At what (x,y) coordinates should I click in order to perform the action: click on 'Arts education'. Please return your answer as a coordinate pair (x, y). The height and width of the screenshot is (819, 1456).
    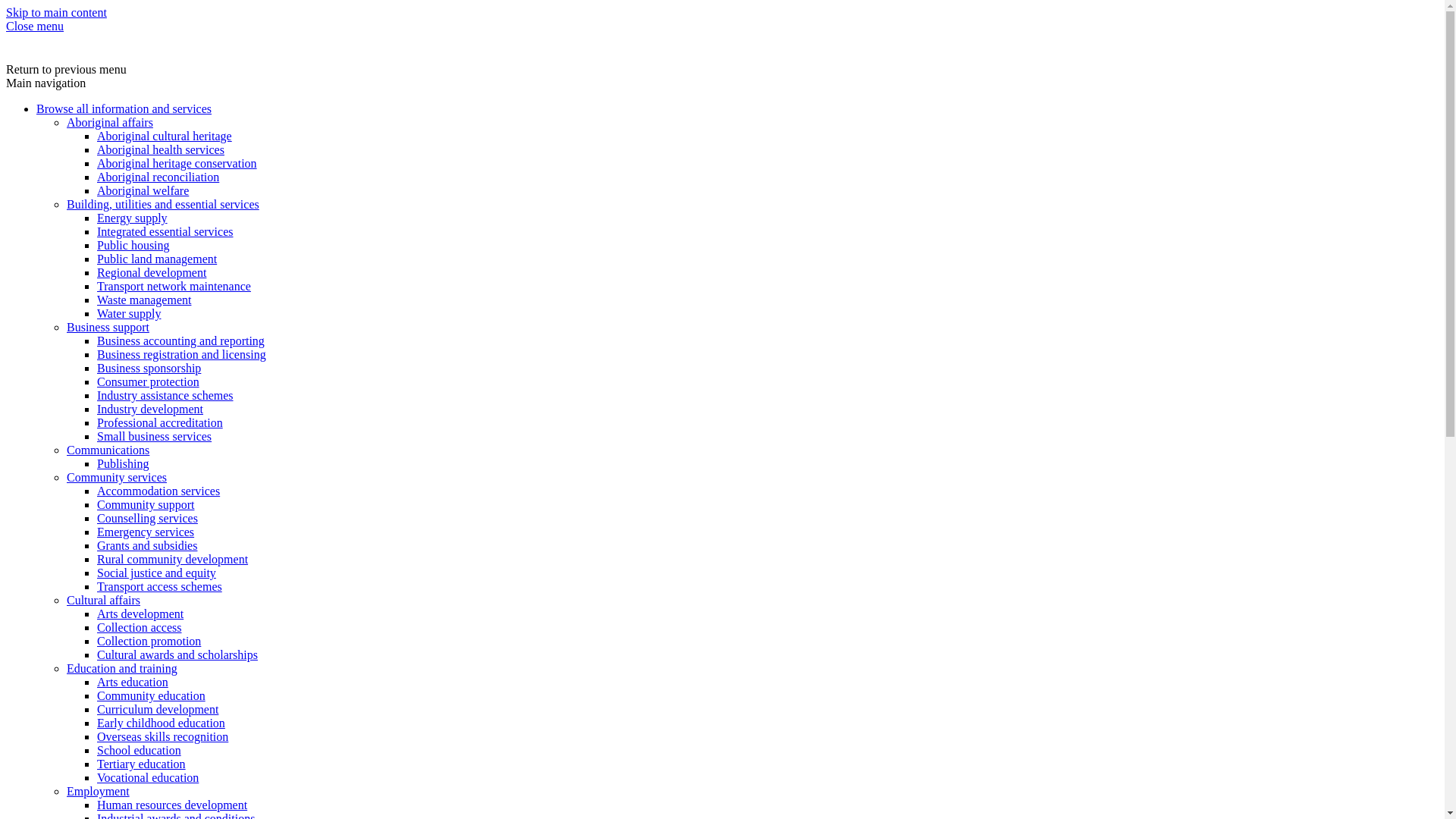
    Looking at the image, I should click on (96, 681).